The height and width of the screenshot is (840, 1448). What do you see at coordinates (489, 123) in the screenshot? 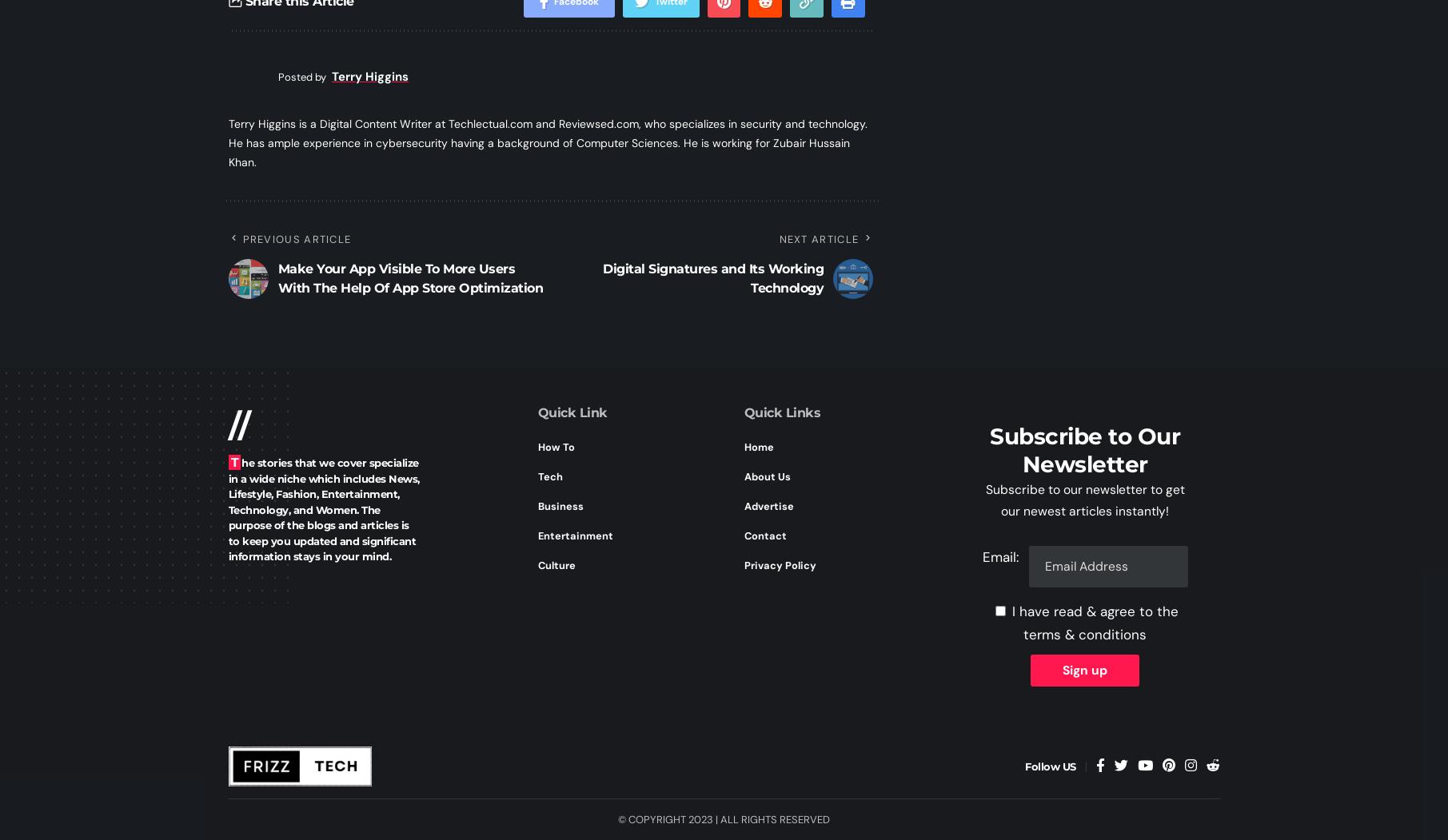
I see `'Techlectual.com'` at bounding box center [489, 123].